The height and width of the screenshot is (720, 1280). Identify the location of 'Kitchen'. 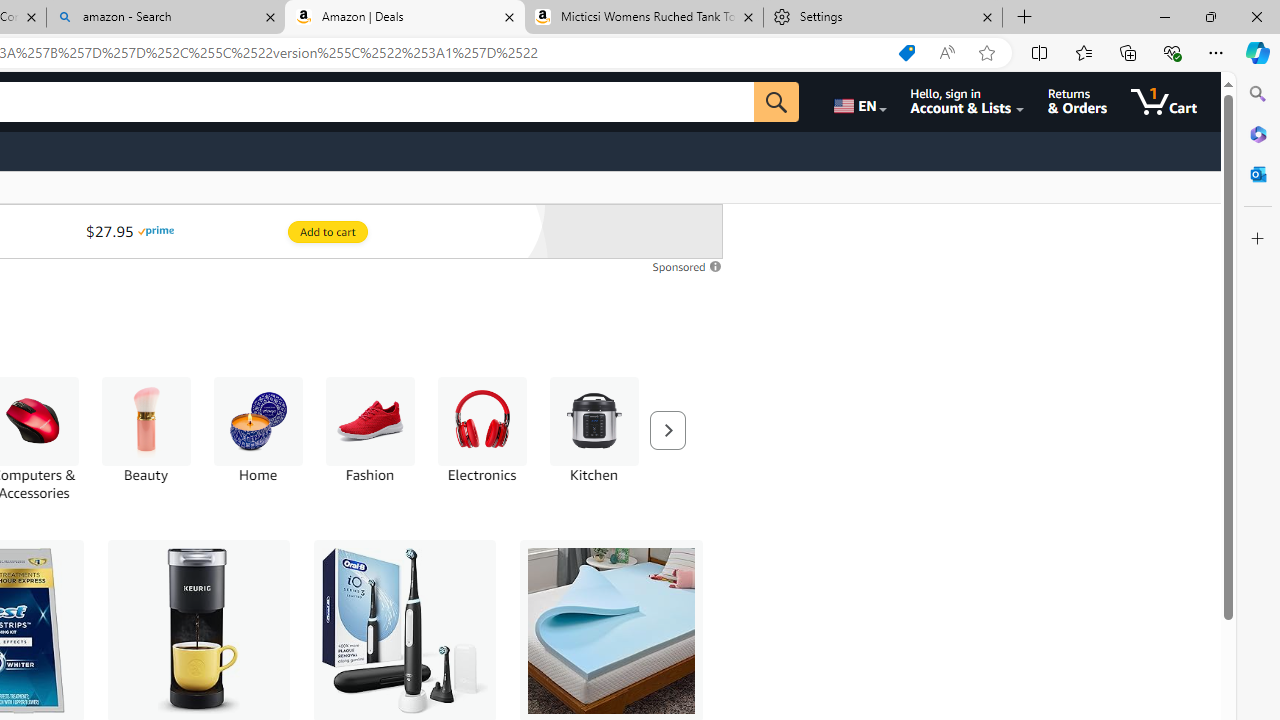
(592, 438).